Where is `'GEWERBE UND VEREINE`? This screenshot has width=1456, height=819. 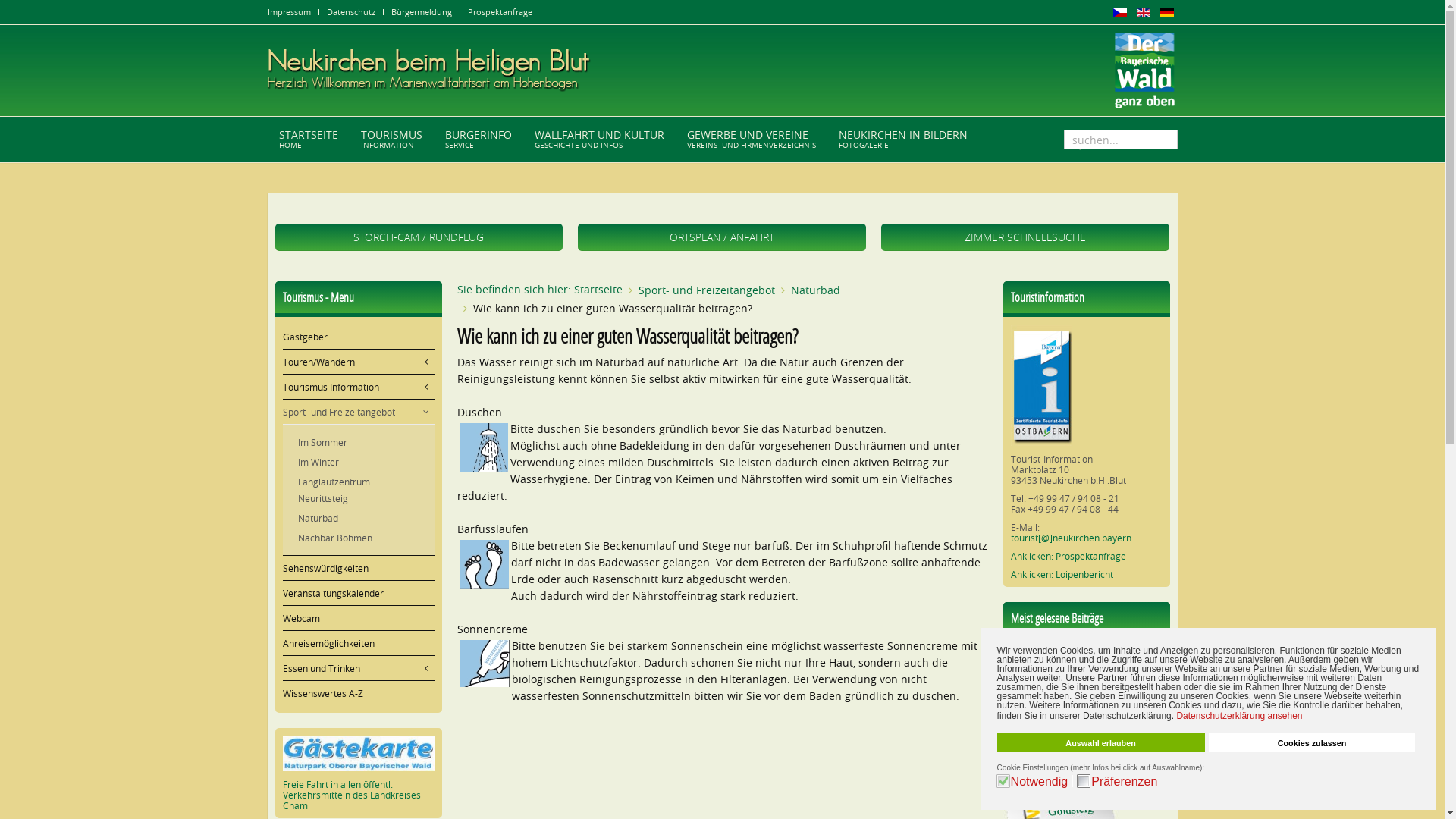
'GEWERBE UND VEREINE is located at coordinates (750, 140).